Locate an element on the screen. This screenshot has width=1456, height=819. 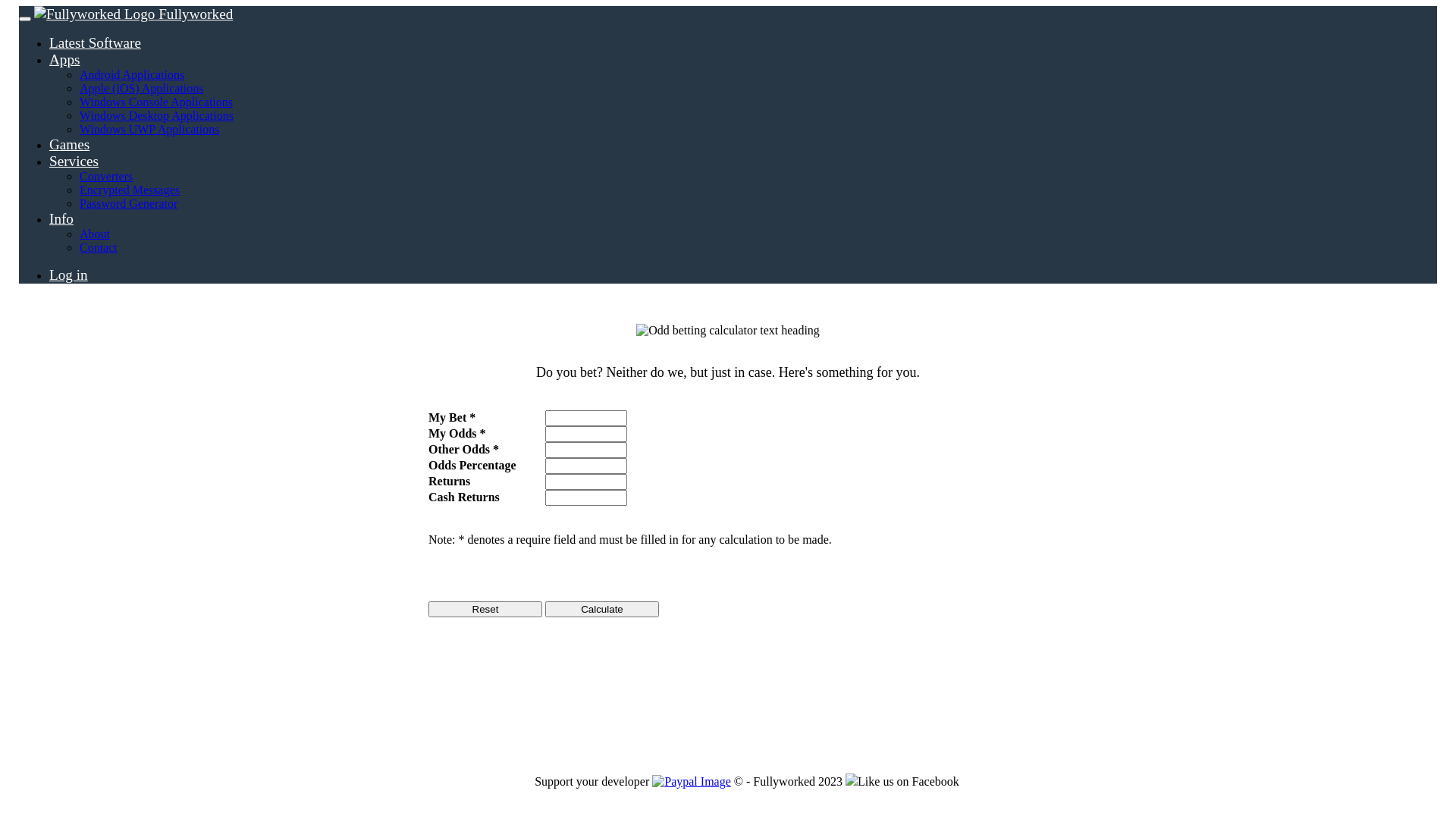
'Windows Console Applications' is located at coordinates (156, 102).